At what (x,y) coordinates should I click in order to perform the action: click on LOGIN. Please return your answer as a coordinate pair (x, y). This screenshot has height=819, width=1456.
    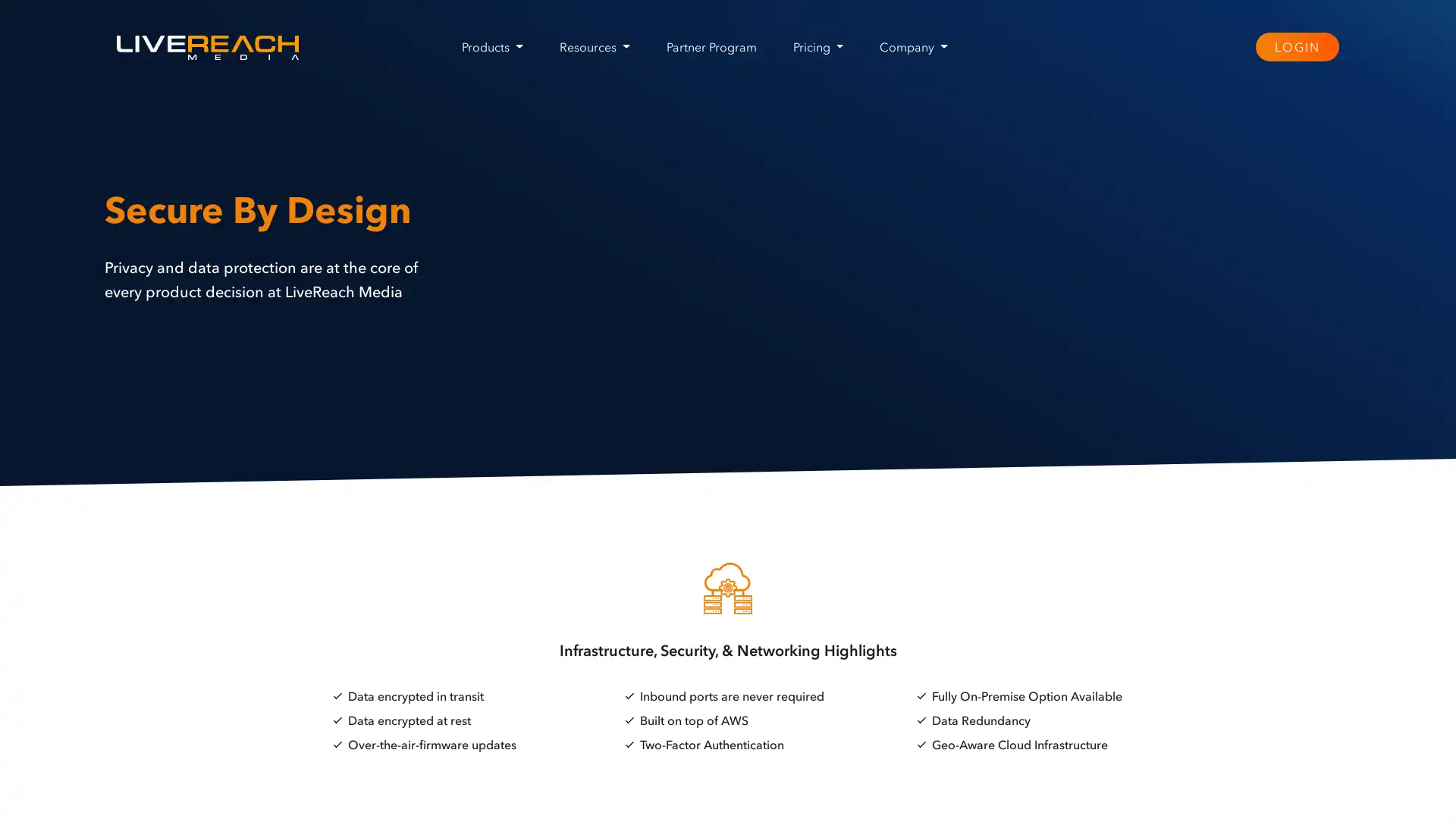
    Looking at the image, I should click on (1295, 45).